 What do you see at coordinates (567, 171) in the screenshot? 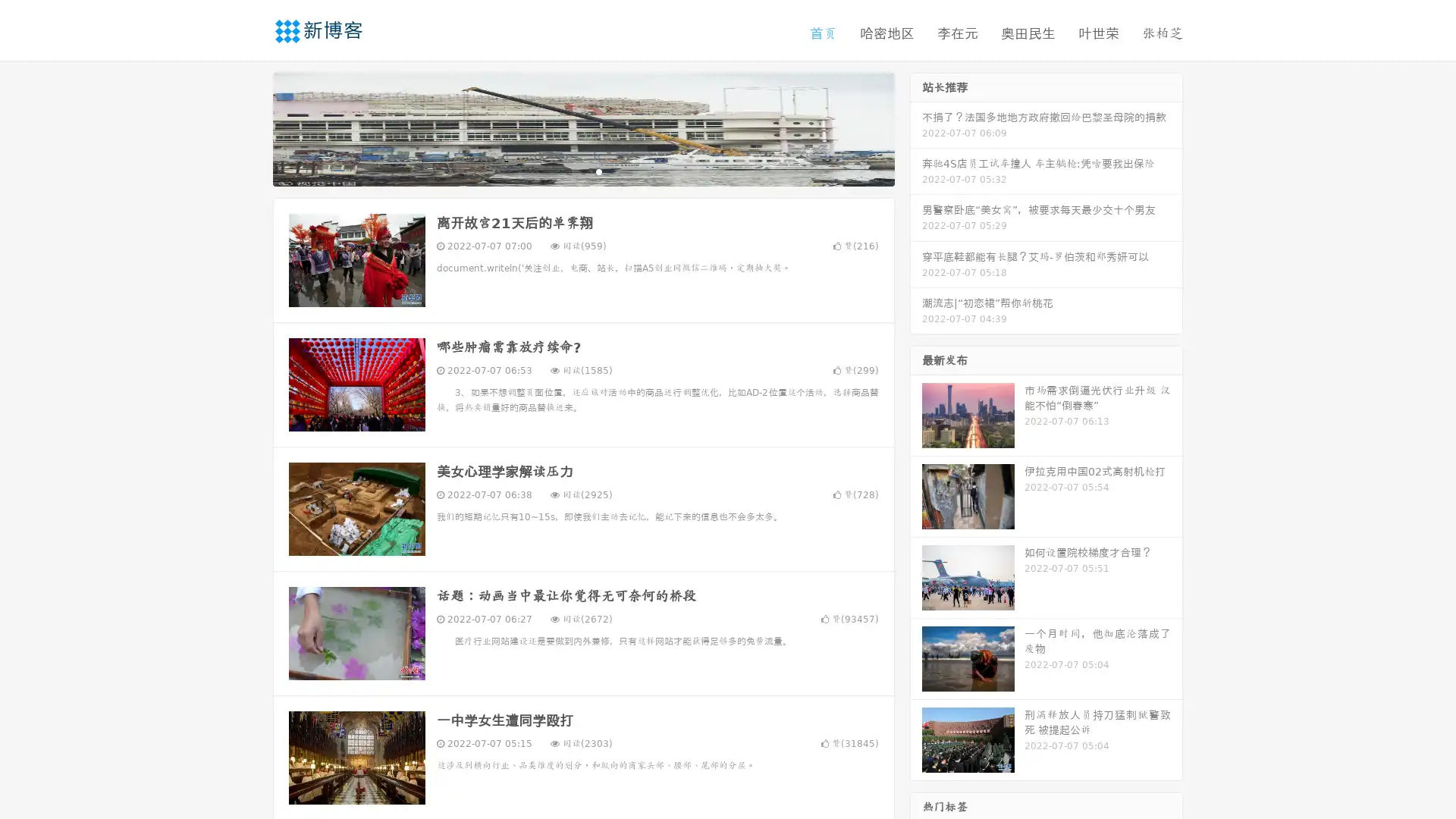
I see `Go to slide 1` at bounding box center [567, 171].